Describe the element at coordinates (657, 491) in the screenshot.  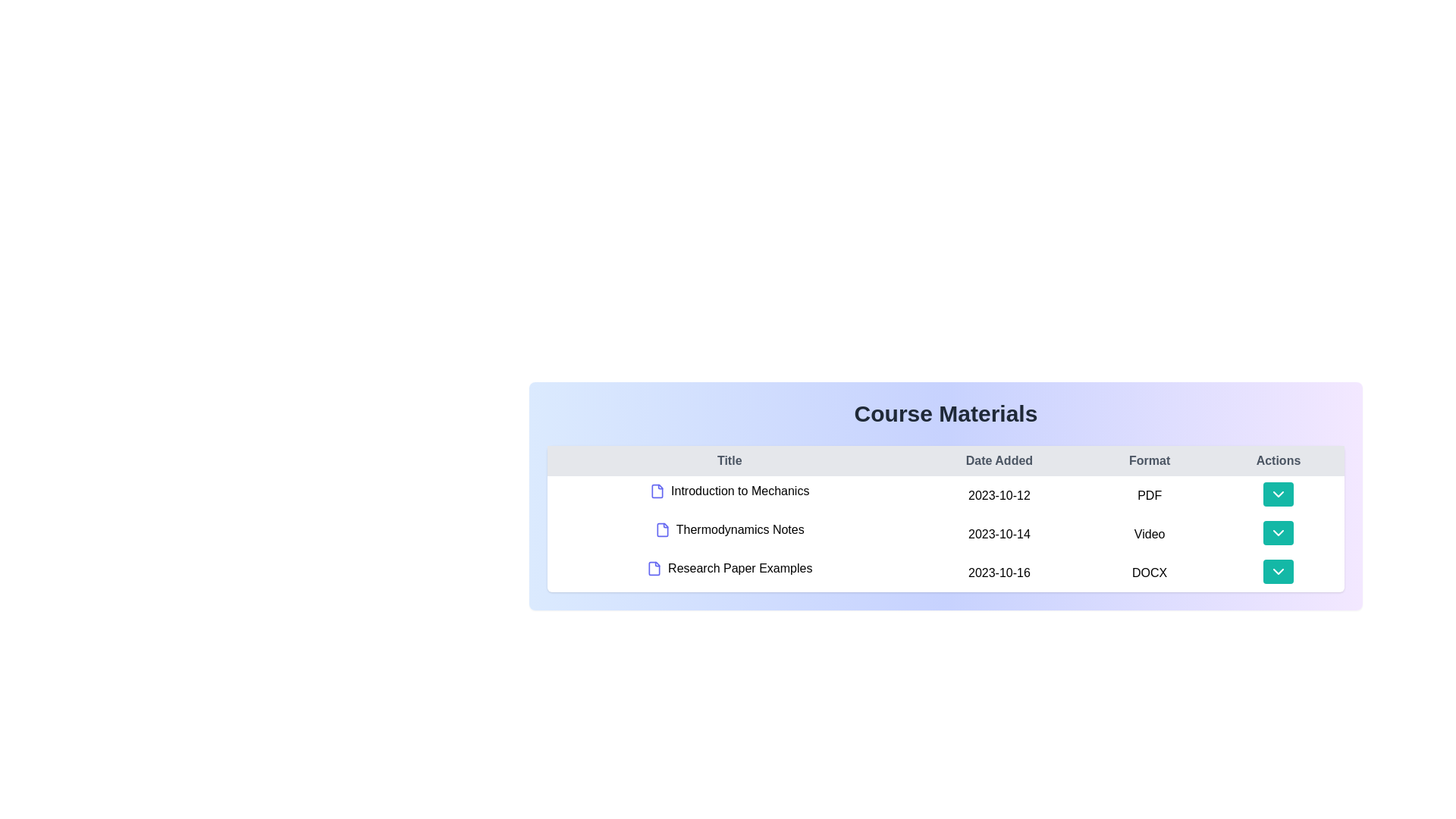
I see `the file icon represented by a blue rectangular shape with a dog-eared corner, located to the left of the text 'Introduction to Mechanics' in the first row of the content table under the 'Title' column` at that location.